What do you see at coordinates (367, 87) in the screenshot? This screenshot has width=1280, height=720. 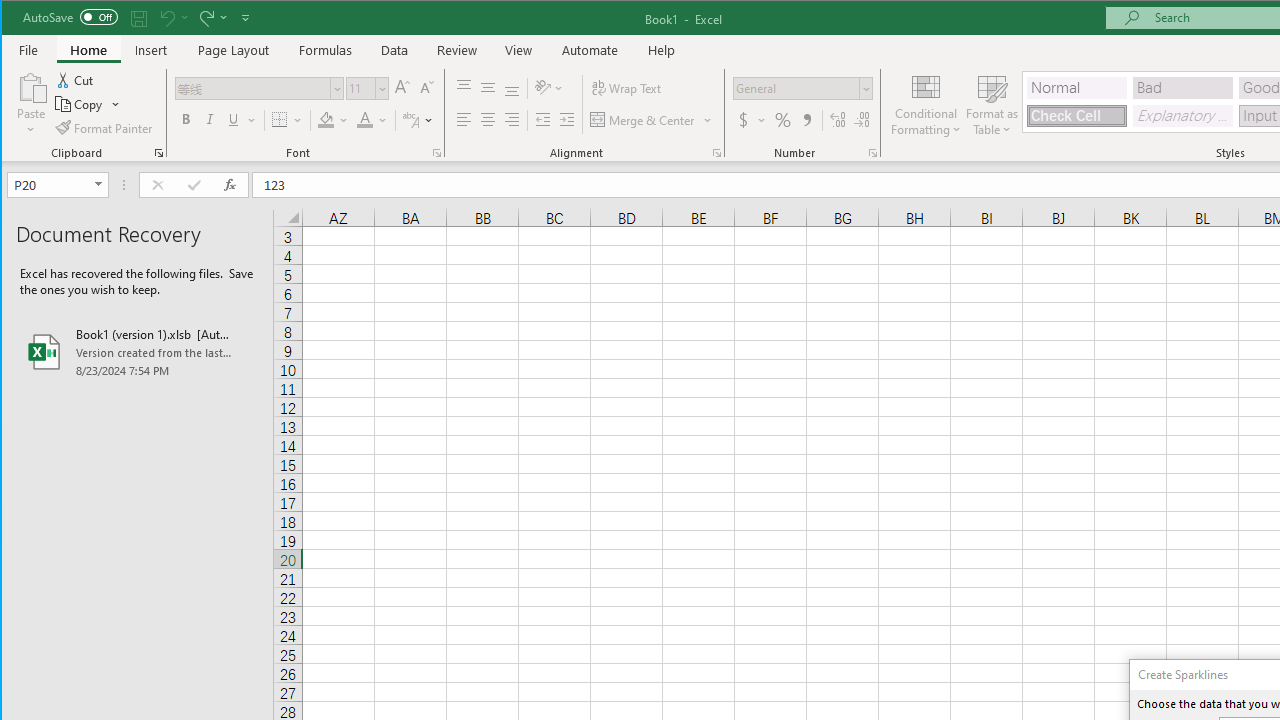 I see `'Font Size'` at bounding box center [367, 87].